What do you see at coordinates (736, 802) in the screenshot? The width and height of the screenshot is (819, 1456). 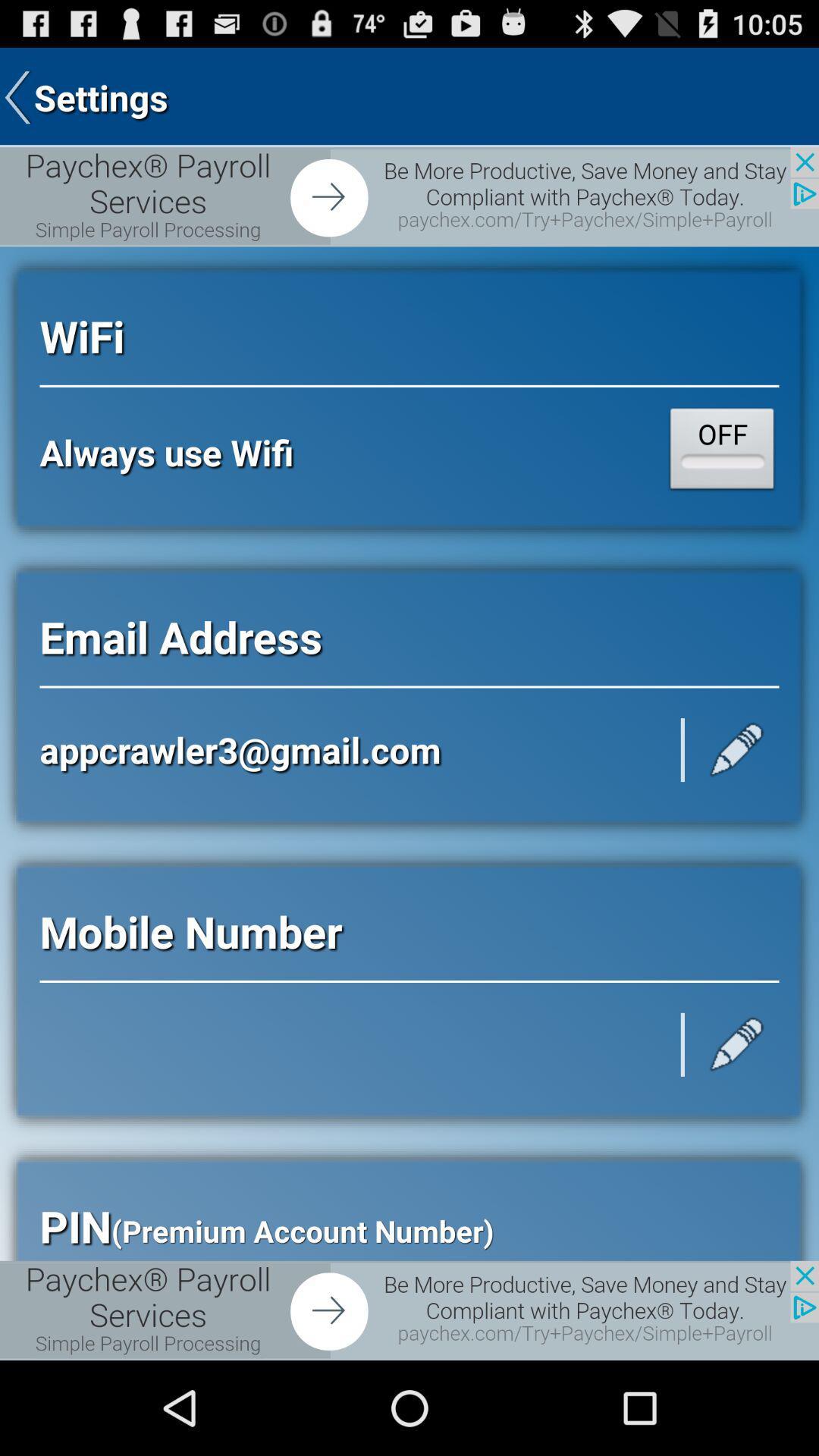 I see `the edit icon` at bounding box center [736, 802].